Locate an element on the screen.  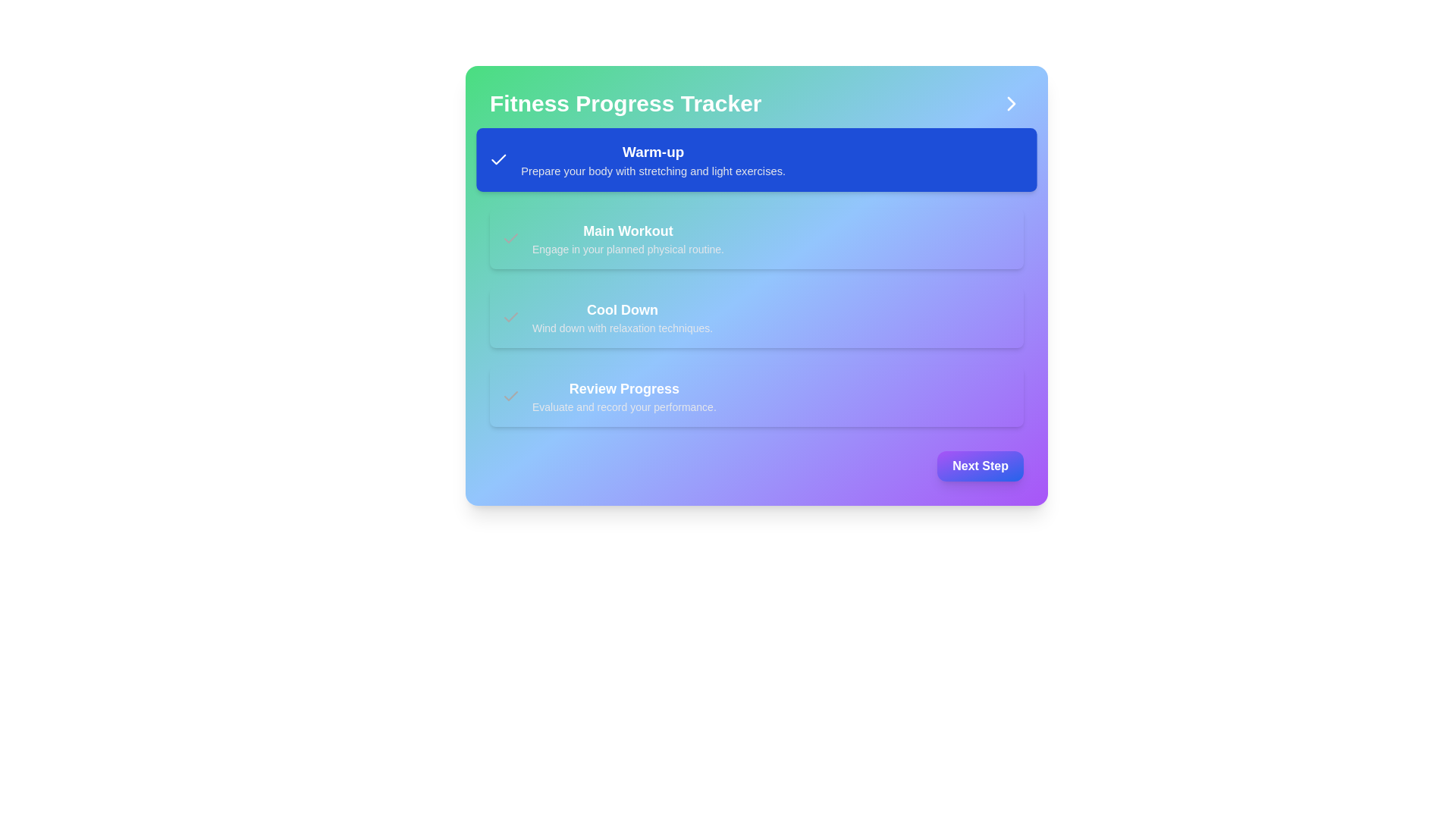
the labeled card element titled 'Main Workout' in the 'Fitness Progress Tracker' section is located at coordinates (757, 239).